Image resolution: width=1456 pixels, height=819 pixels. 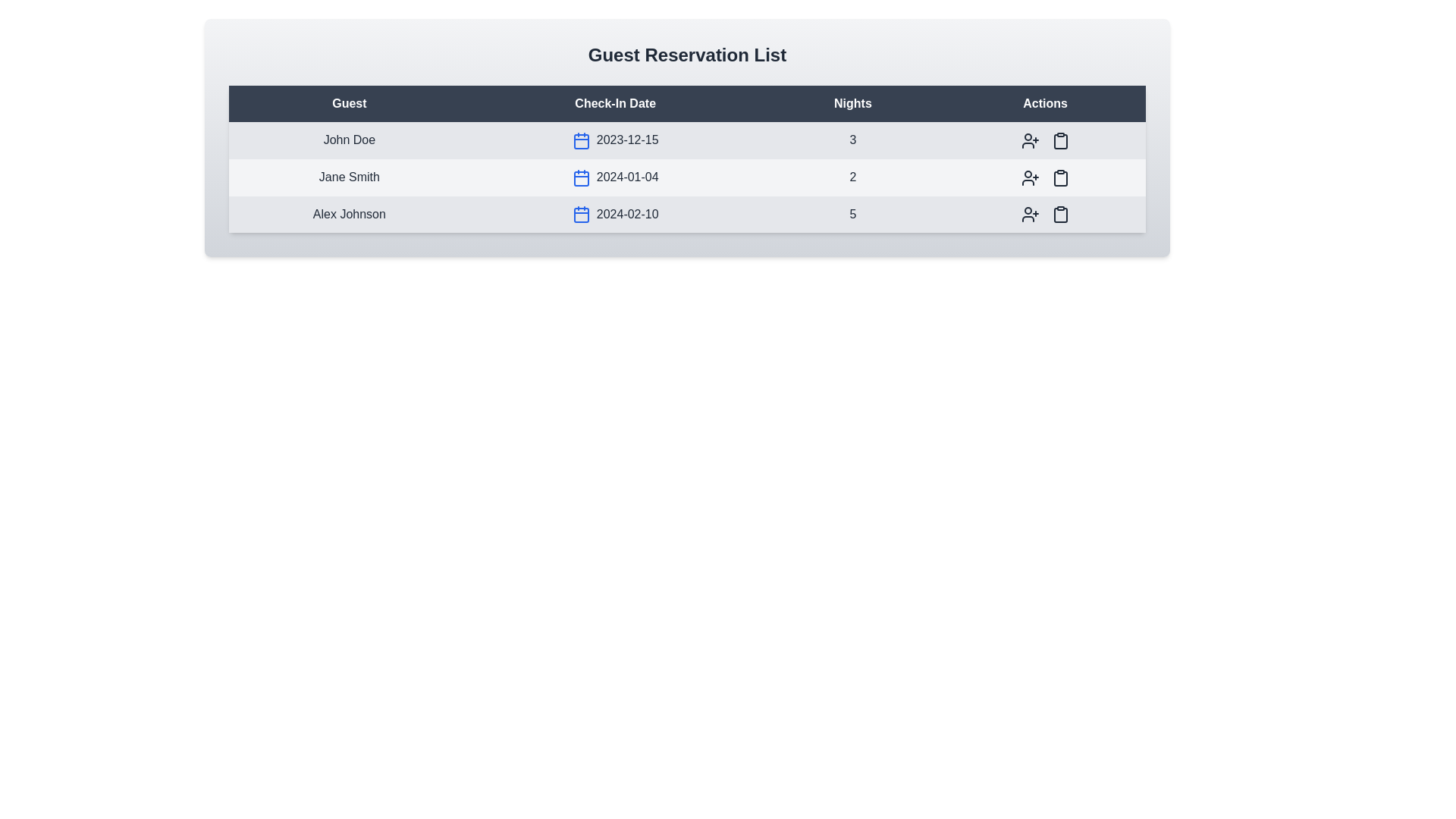 I want to click on the Text label displaying the name of the guest in the second row of the reservations table under the 'Guest' column, so click(x=348, y=177).